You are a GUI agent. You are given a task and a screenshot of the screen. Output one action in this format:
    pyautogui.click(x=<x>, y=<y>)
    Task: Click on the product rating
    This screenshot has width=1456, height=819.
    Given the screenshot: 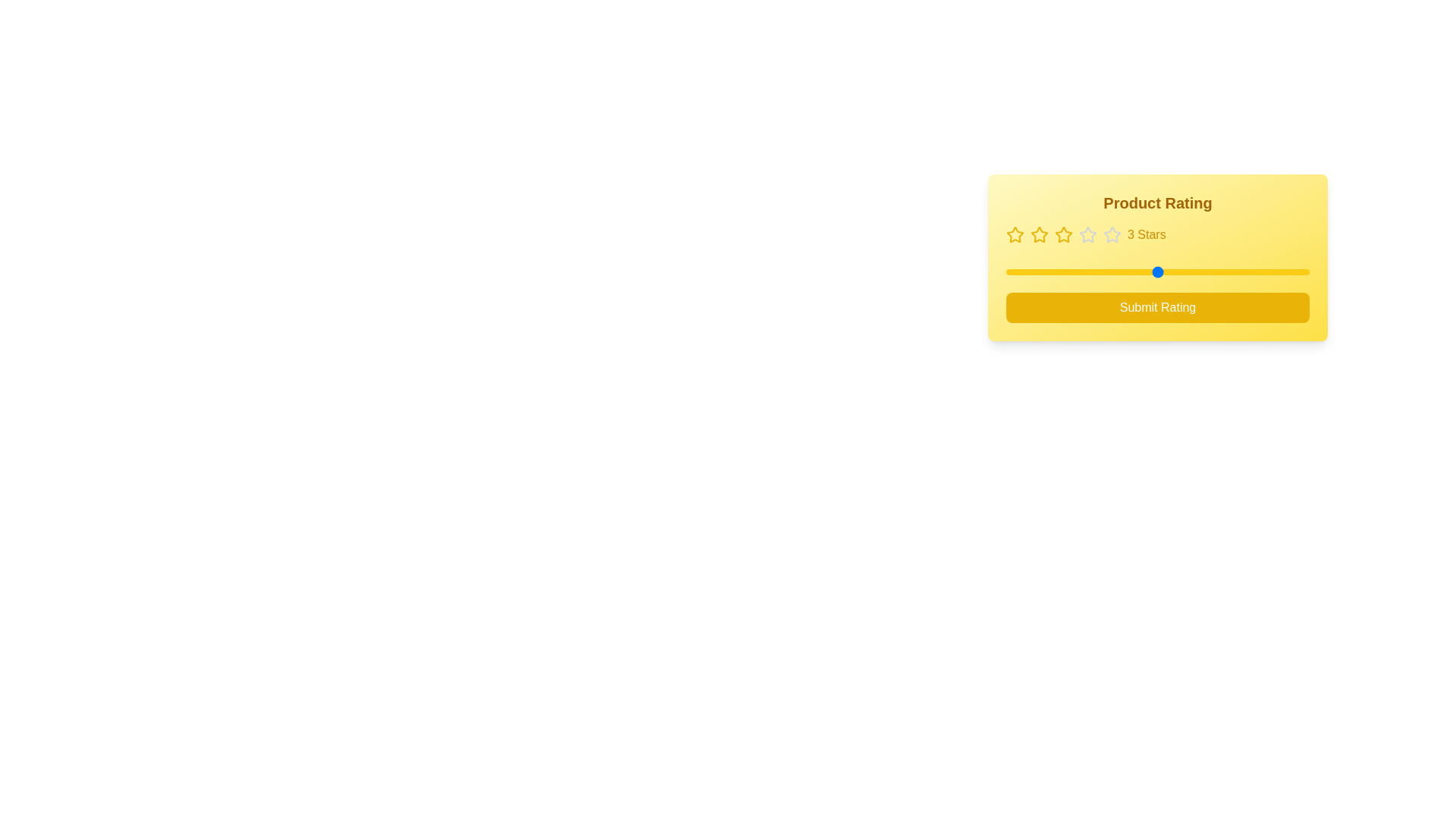 What is the action you would take?
    pyautogui.click(x=1156, y=271)
    